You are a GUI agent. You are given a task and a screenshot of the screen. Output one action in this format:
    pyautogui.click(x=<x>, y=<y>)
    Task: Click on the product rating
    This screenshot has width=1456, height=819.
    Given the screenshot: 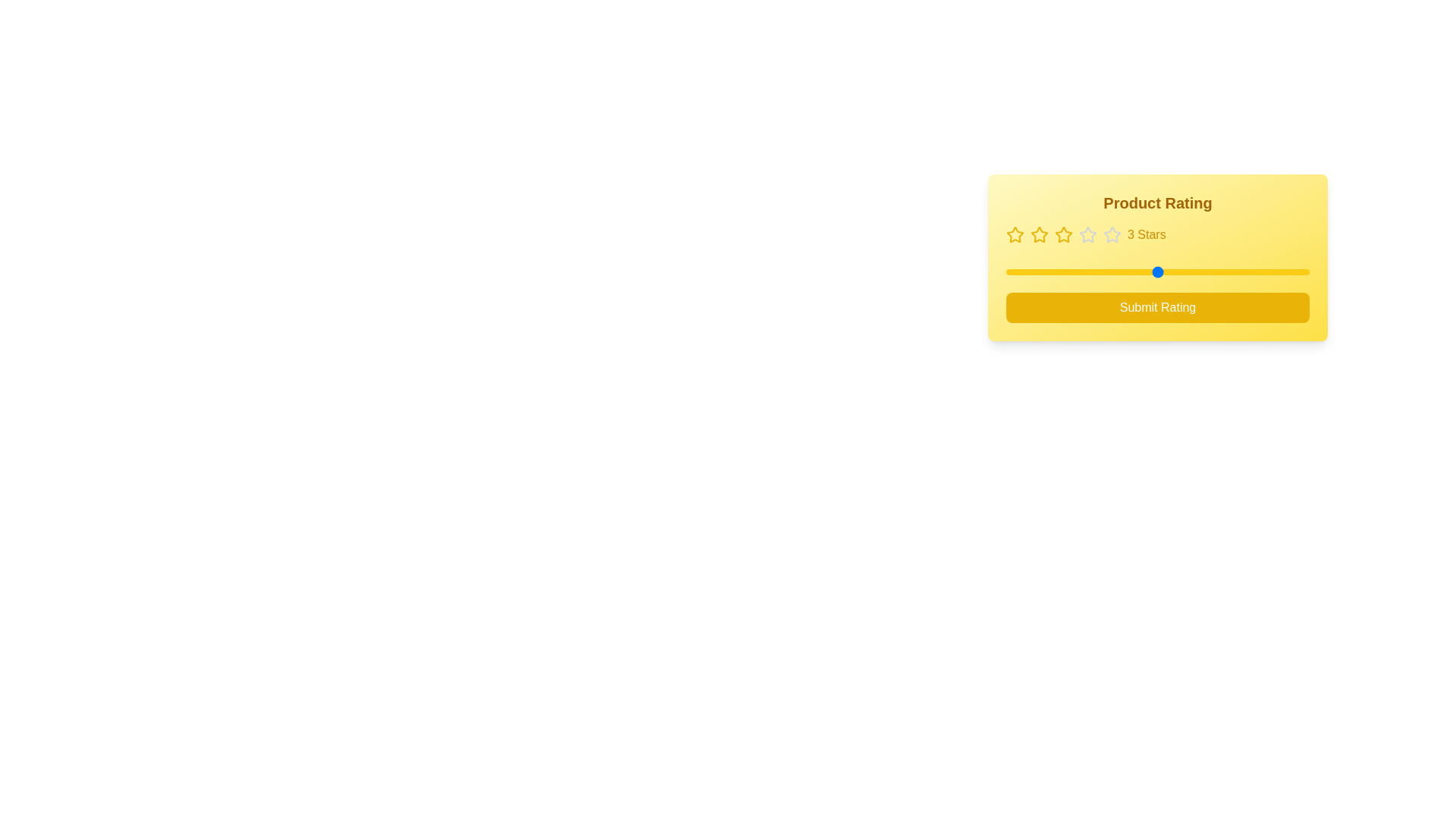 What is the action you would take?
    pyautogui.click(x=1156, y=271)
    